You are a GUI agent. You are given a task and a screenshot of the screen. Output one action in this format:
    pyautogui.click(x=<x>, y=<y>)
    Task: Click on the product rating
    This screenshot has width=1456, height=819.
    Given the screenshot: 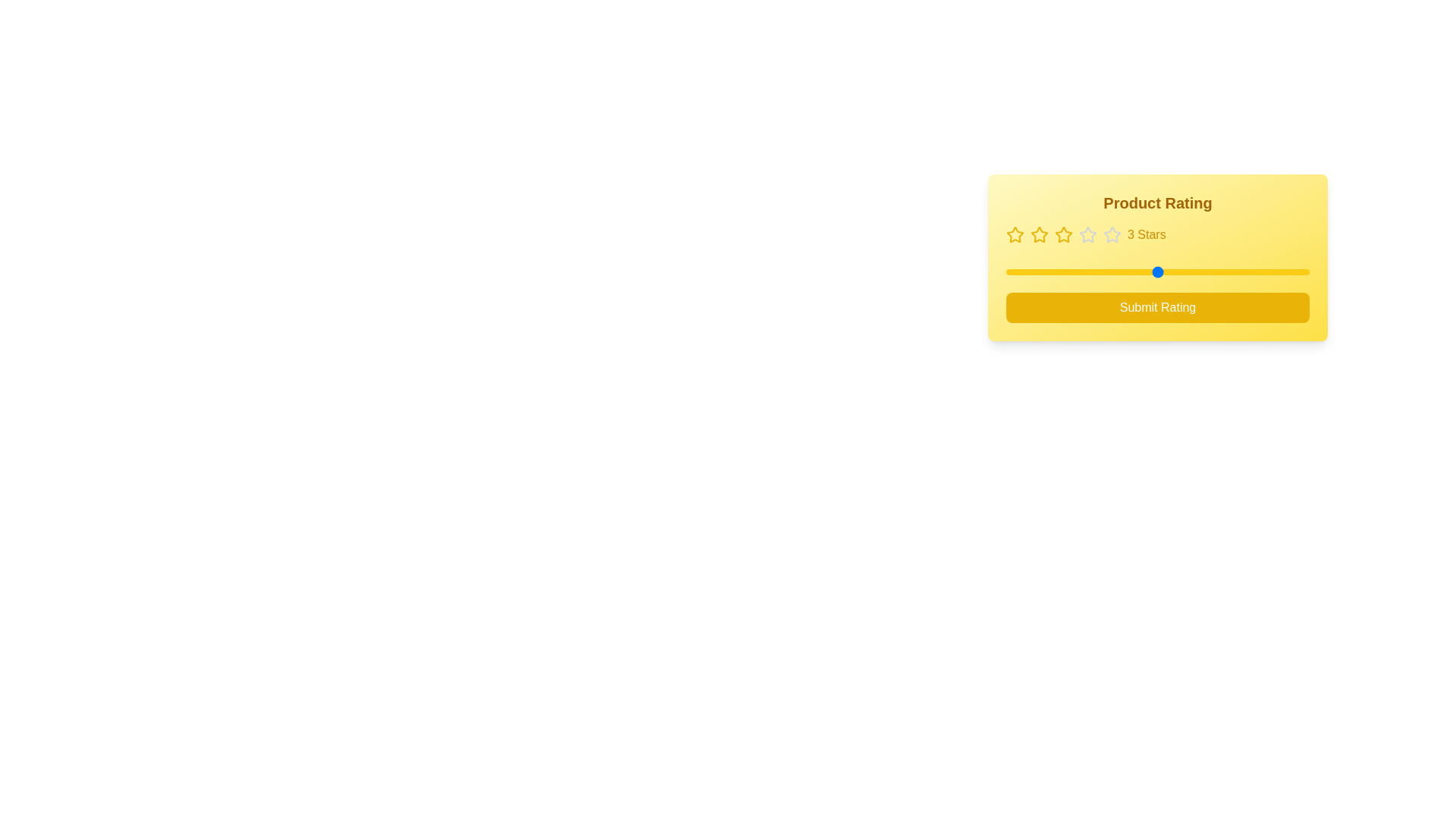 What is the action you would take?
    pyautogui.click(x=1156, y=271)
    